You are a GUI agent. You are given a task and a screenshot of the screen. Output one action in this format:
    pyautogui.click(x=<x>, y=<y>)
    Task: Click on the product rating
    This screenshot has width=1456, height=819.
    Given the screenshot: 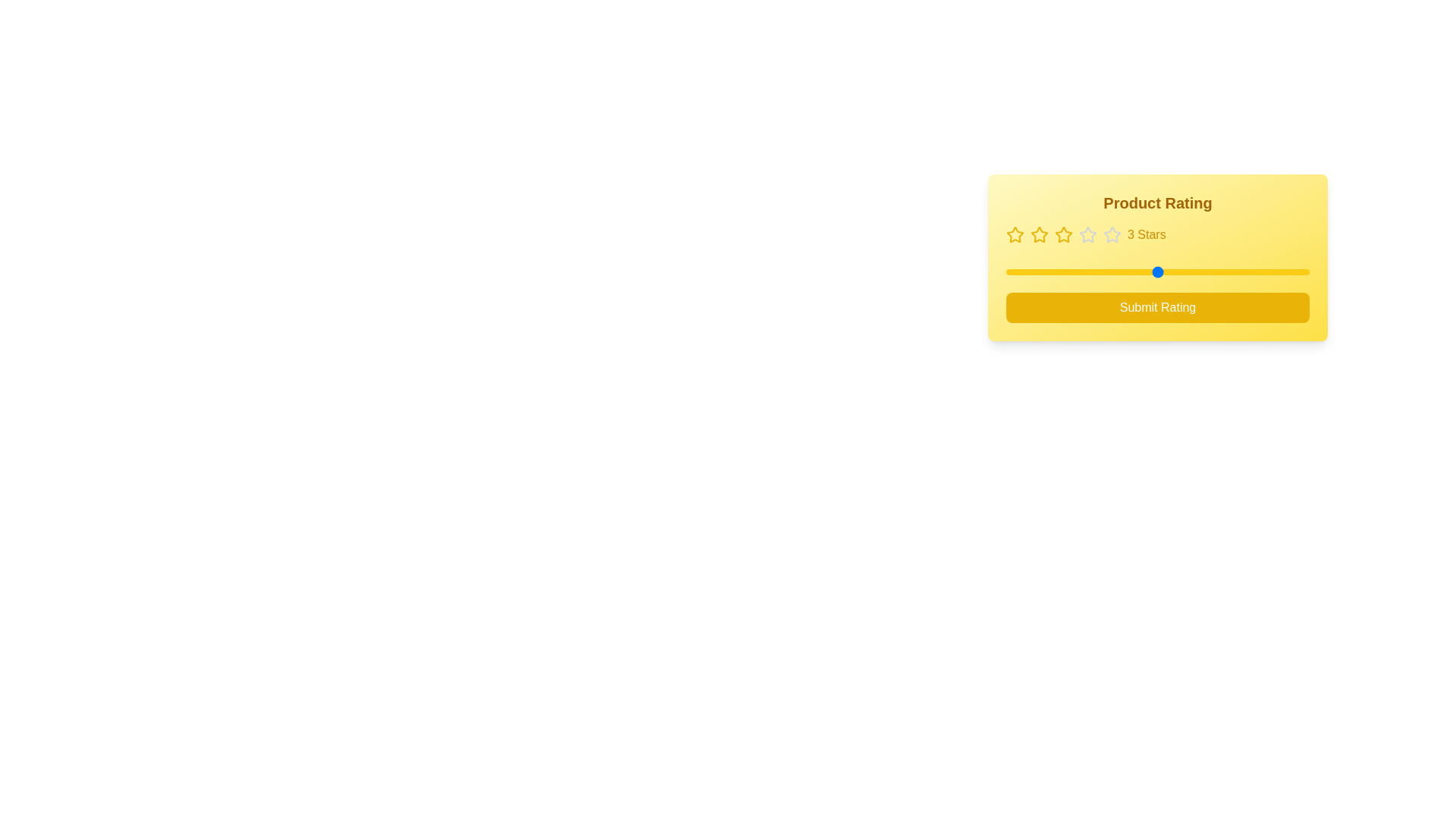 What is the action you would take?
    pyautogui.click(x=1156, y=271)
    